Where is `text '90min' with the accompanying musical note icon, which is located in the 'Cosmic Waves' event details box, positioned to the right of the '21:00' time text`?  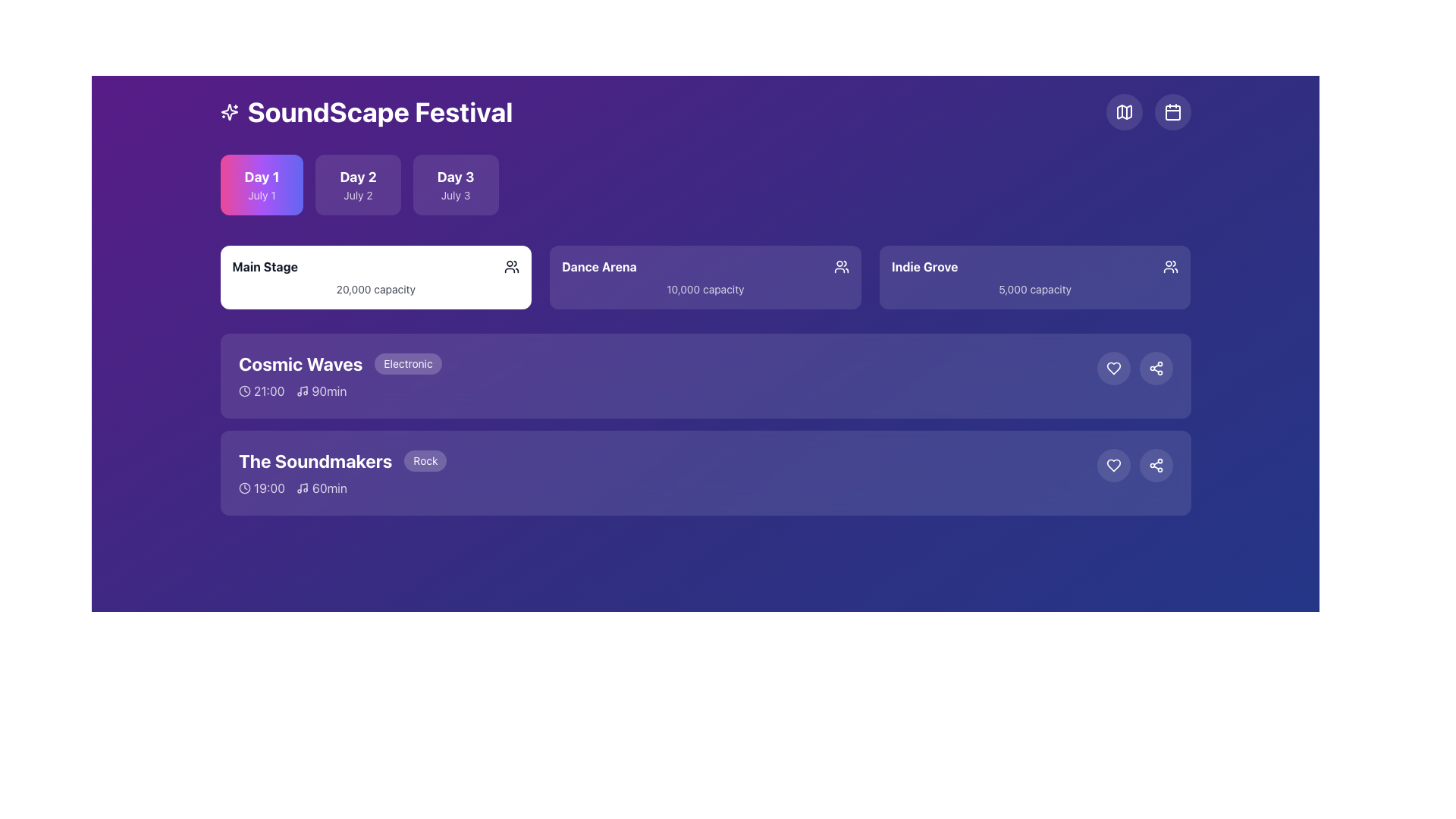
text '90min' with the accompanying musical note icon, which is located in the 'Cosmic Waves' event details box, positioned to the right of the '21:00' time text is located at coordinates (320, 391).